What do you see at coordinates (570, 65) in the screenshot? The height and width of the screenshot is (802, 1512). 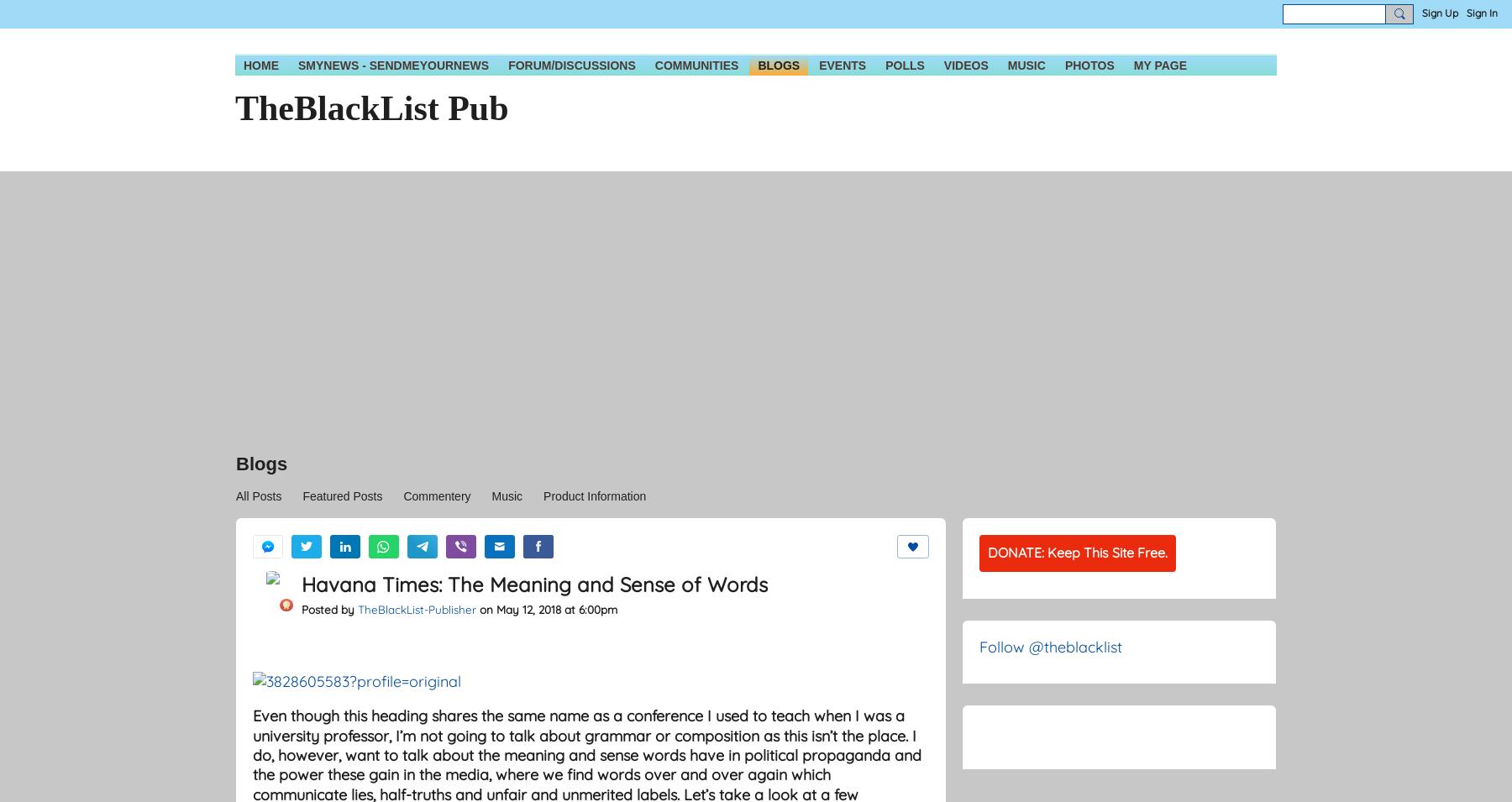 I see `'Forum/Discussions'` at bounding box center [570, 65].